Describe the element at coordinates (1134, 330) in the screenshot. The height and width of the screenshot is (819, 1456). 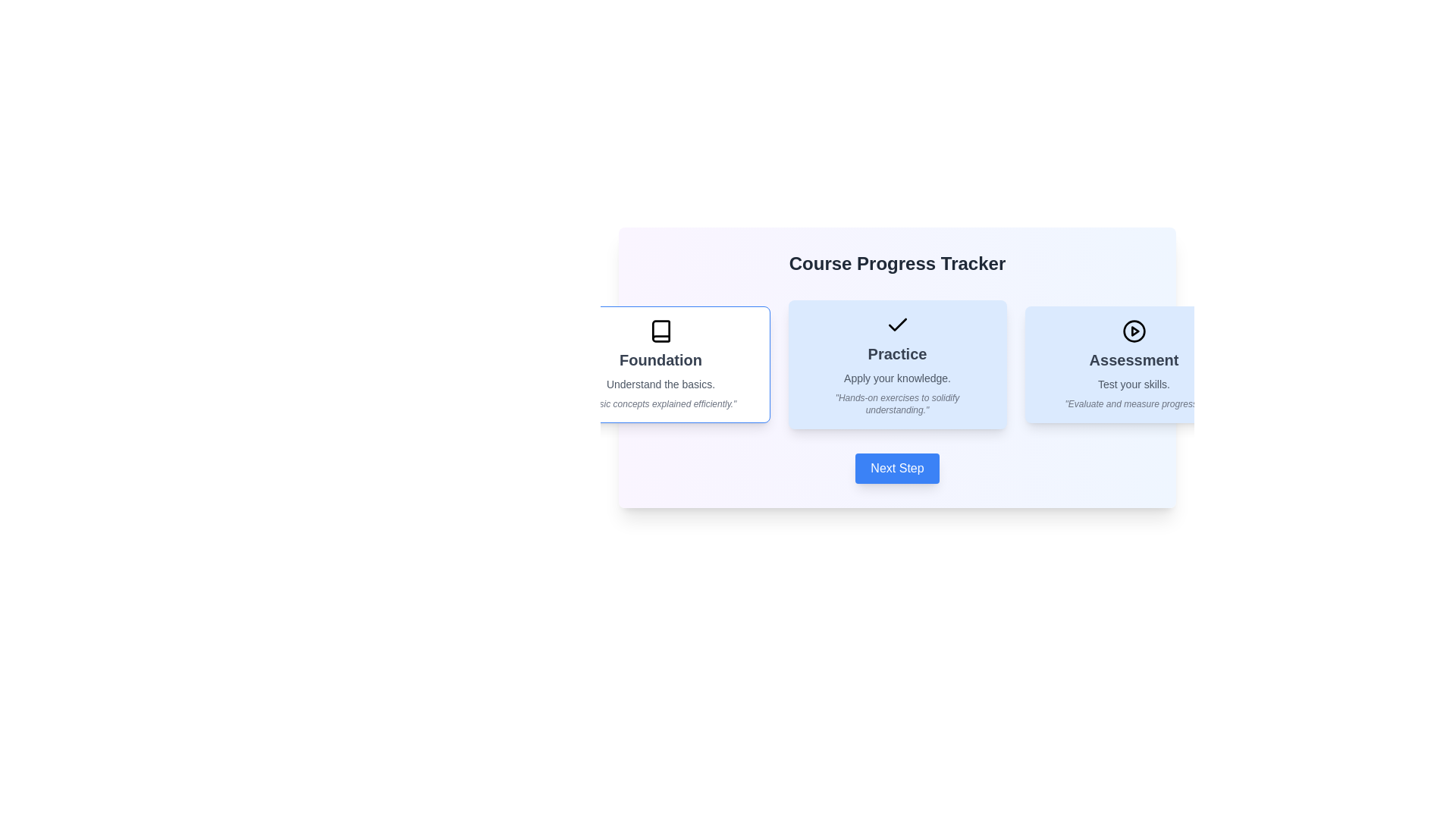
I see `the decorative SVG circle component located in the 'Assessment' section of the rightmost card, which serves as a background for a play button visual representation` at that location.